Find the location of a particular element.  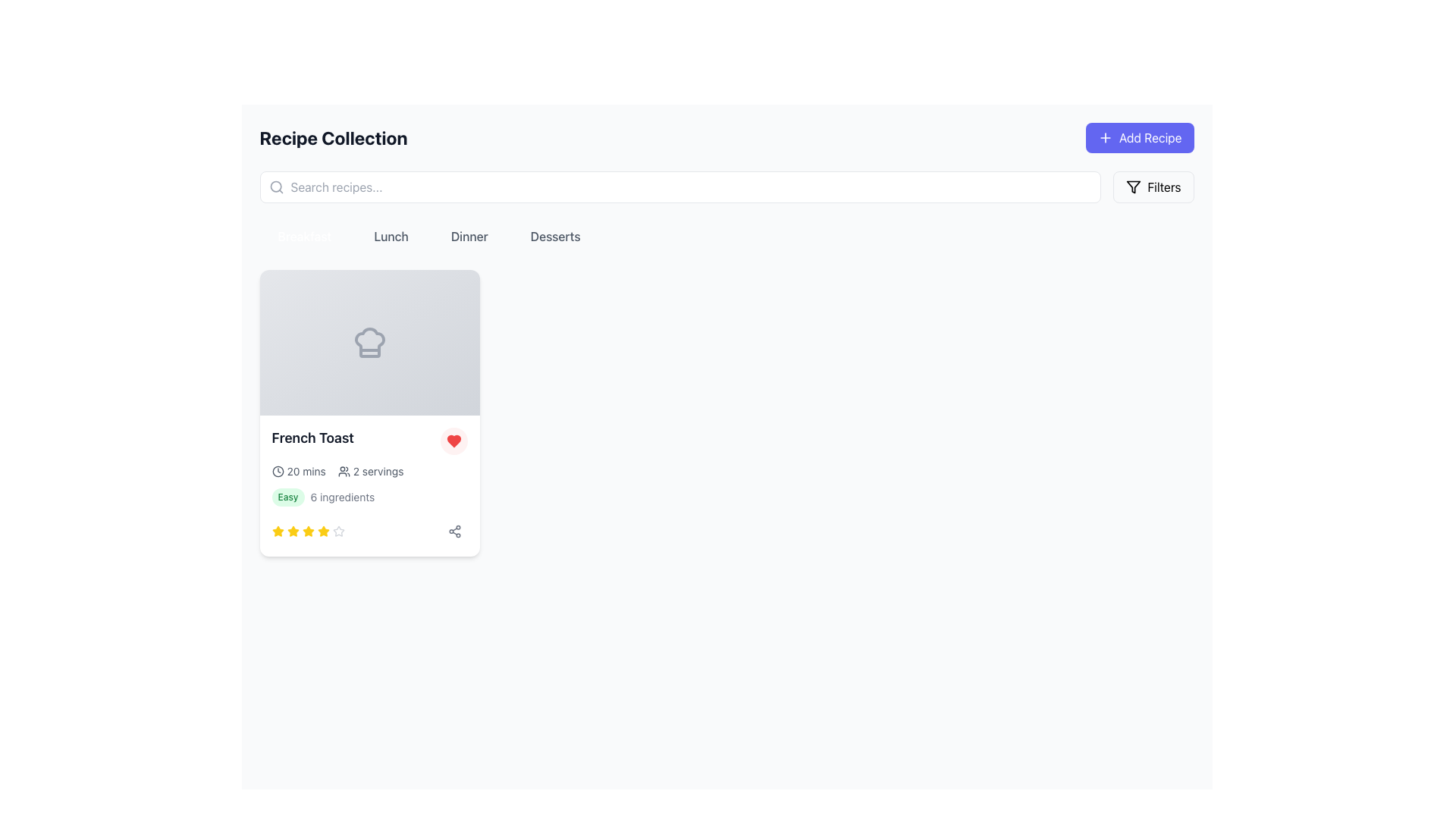

the 'Dinner' button, which is the third option in a horizontal layout of text buttons, to change its background color to blue is located at coordinates (469, 237).